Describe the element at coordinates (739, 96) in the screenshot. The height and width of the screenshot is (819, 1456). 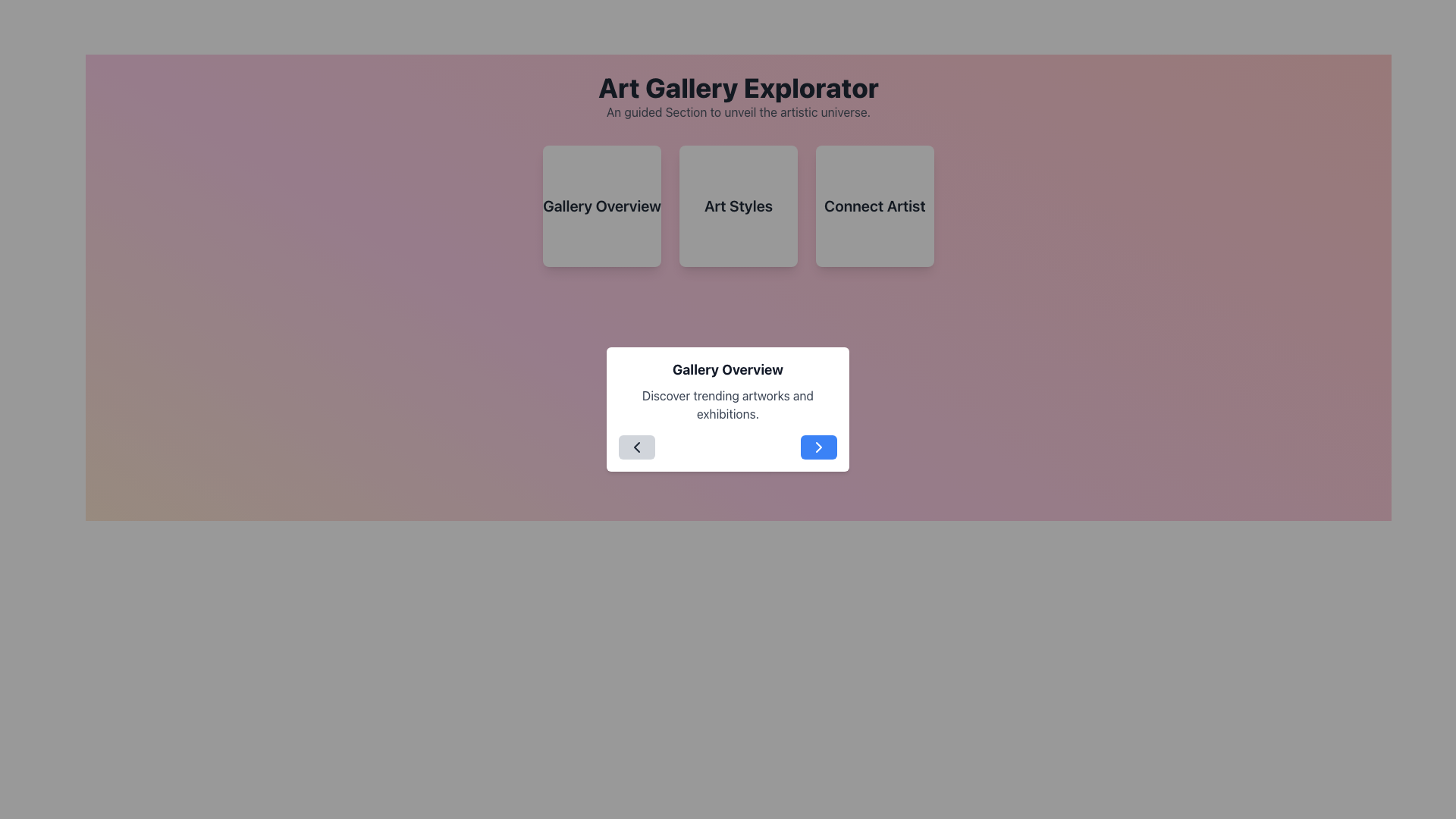
I see `the text block located at the top-center of the page, which serves as a title and brief description for the section` at that location.